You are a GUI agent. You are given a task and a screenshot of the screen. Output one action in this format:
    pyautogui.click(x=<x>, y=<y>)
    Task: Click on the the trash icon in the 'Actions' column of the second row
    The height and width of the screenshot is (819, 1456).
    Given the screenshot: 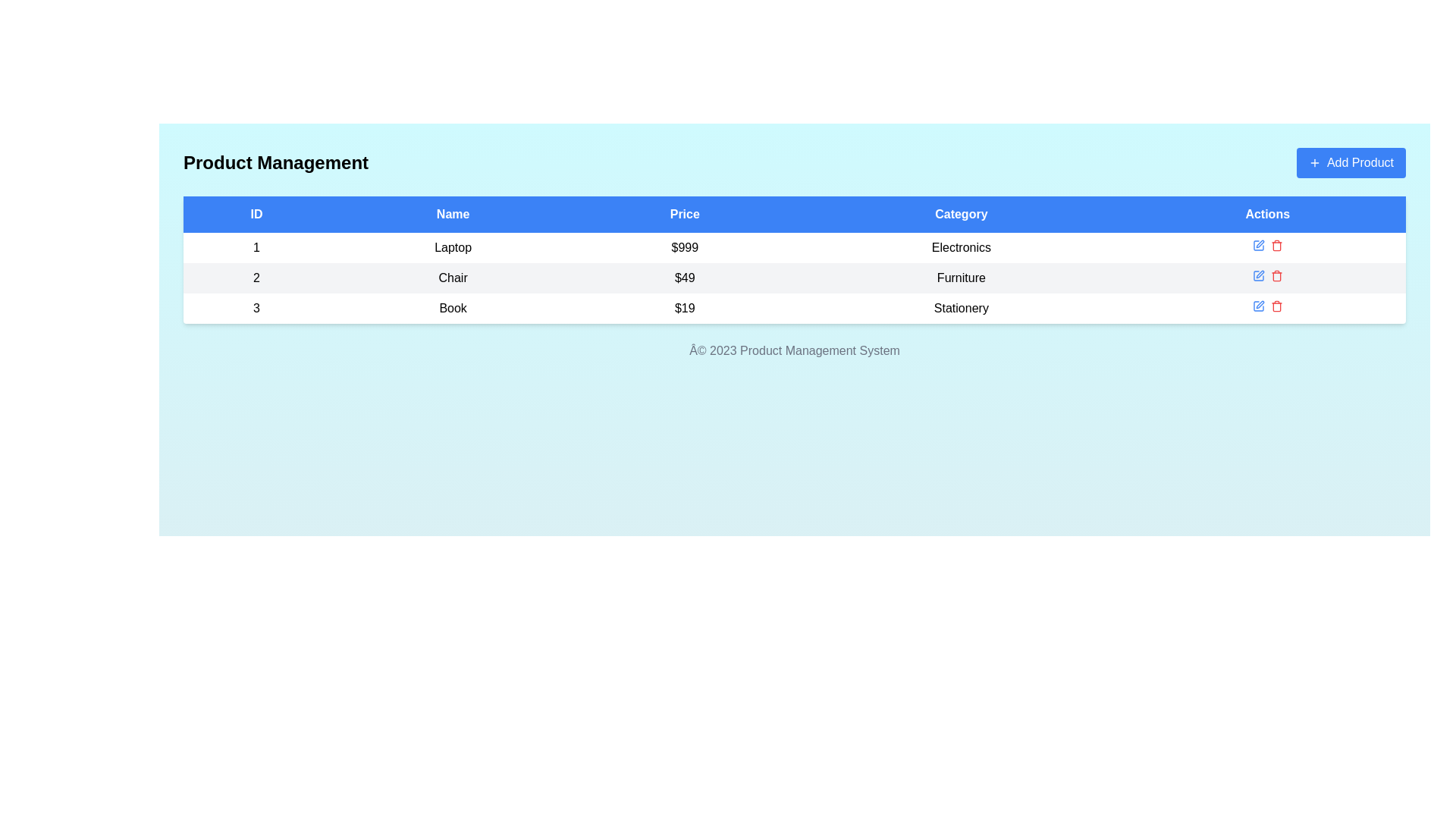 What is the action you would take?
    pyautogui.click(x=1276, y=277)
    